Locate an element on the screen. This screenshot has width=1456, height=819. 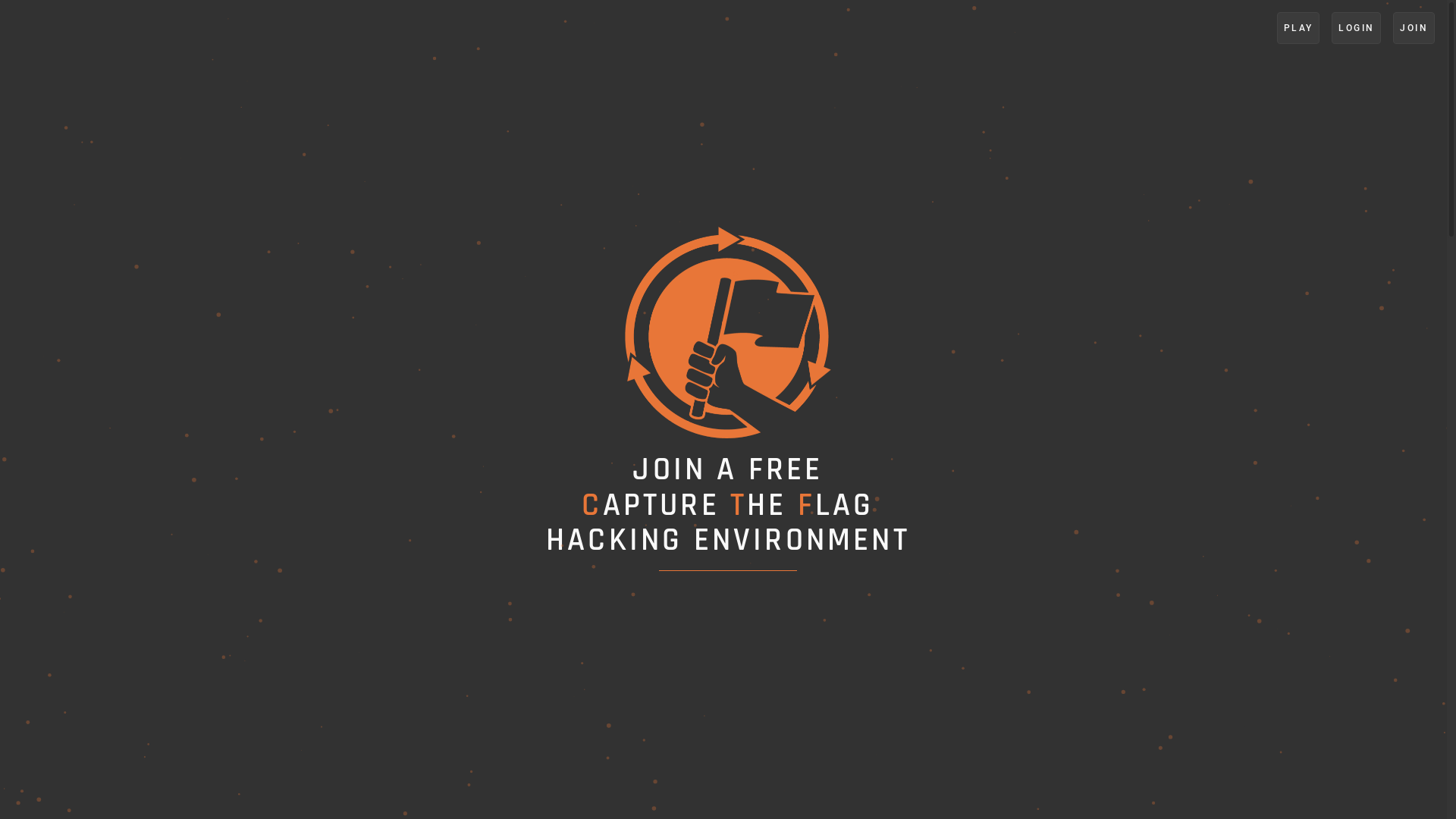
'PLAY' is located at coordinates (1298, 28).